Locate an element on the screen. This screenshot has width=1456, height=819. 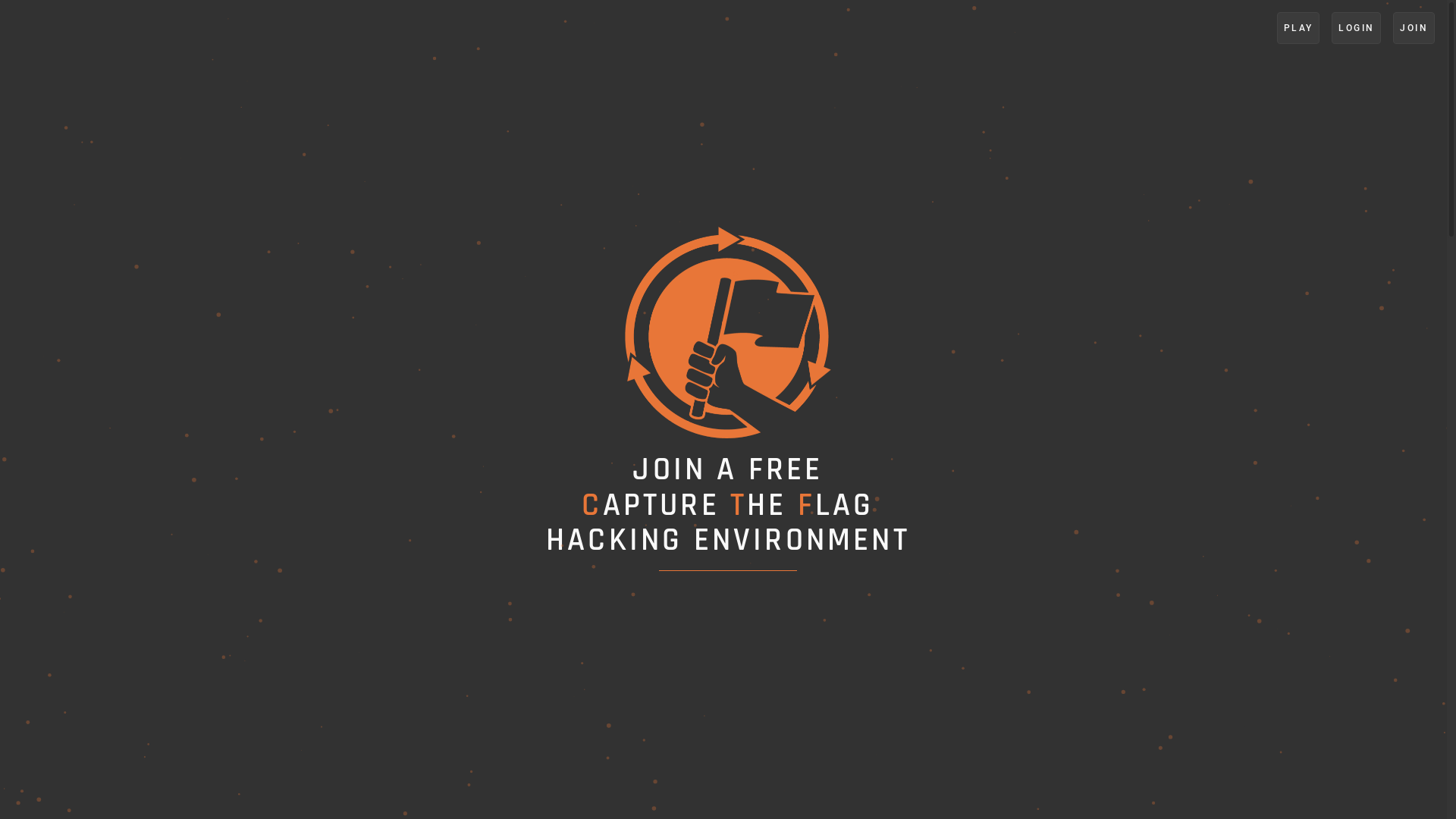
'PLAY' is located at coordinates (1298, 28).